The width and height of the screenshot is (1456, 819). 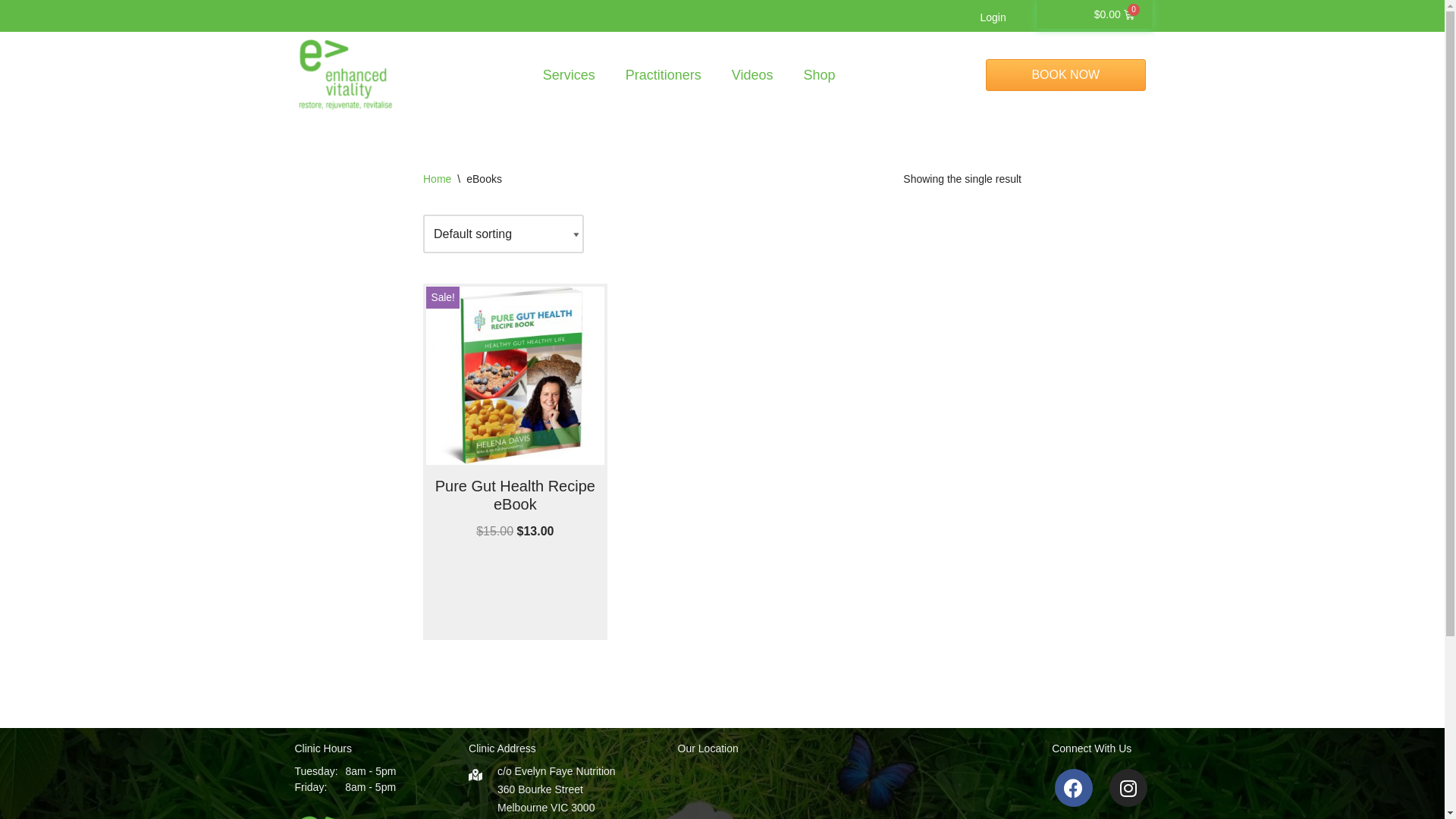 What do you see at coordinates (528, 75) in the screenshot?
I see `'Services'` at bounding box center [528, 75].